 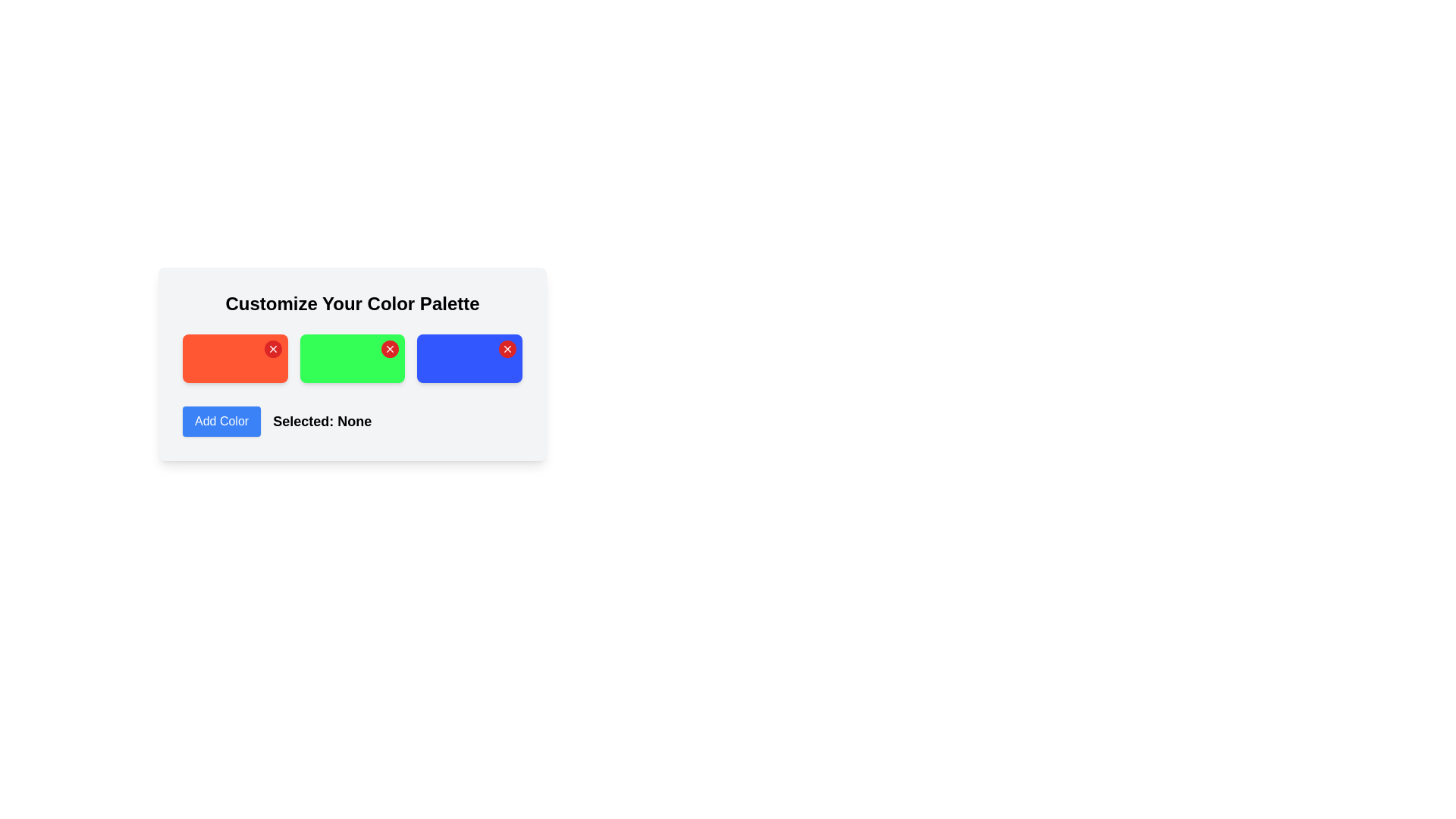 I want to click on the second rectangular block in the 'Customize Your Color Palette' section, so click(x=352, y=361).